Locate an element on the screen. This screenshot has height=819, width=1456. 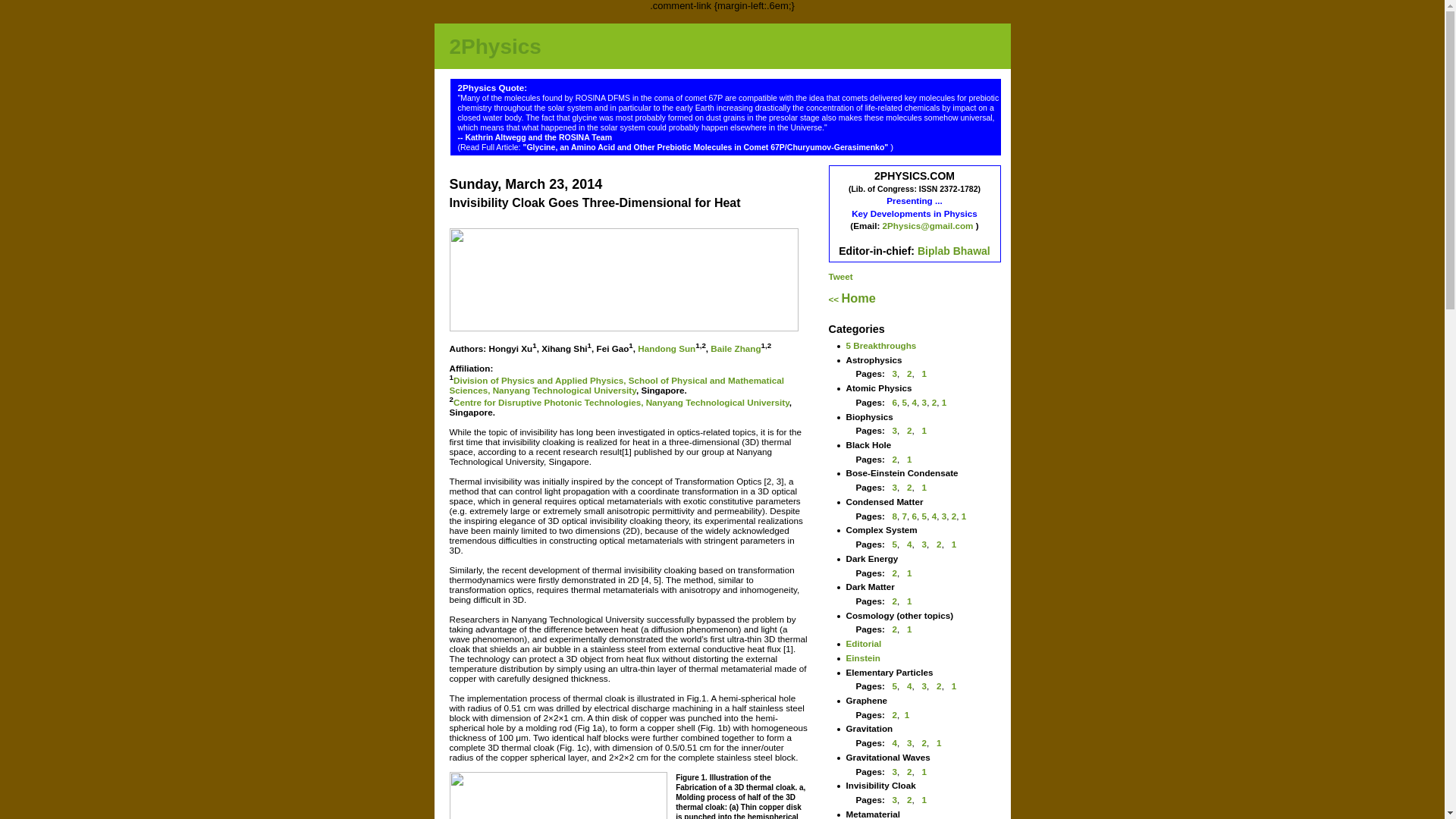
'2' is located at coordinates (909, 487).